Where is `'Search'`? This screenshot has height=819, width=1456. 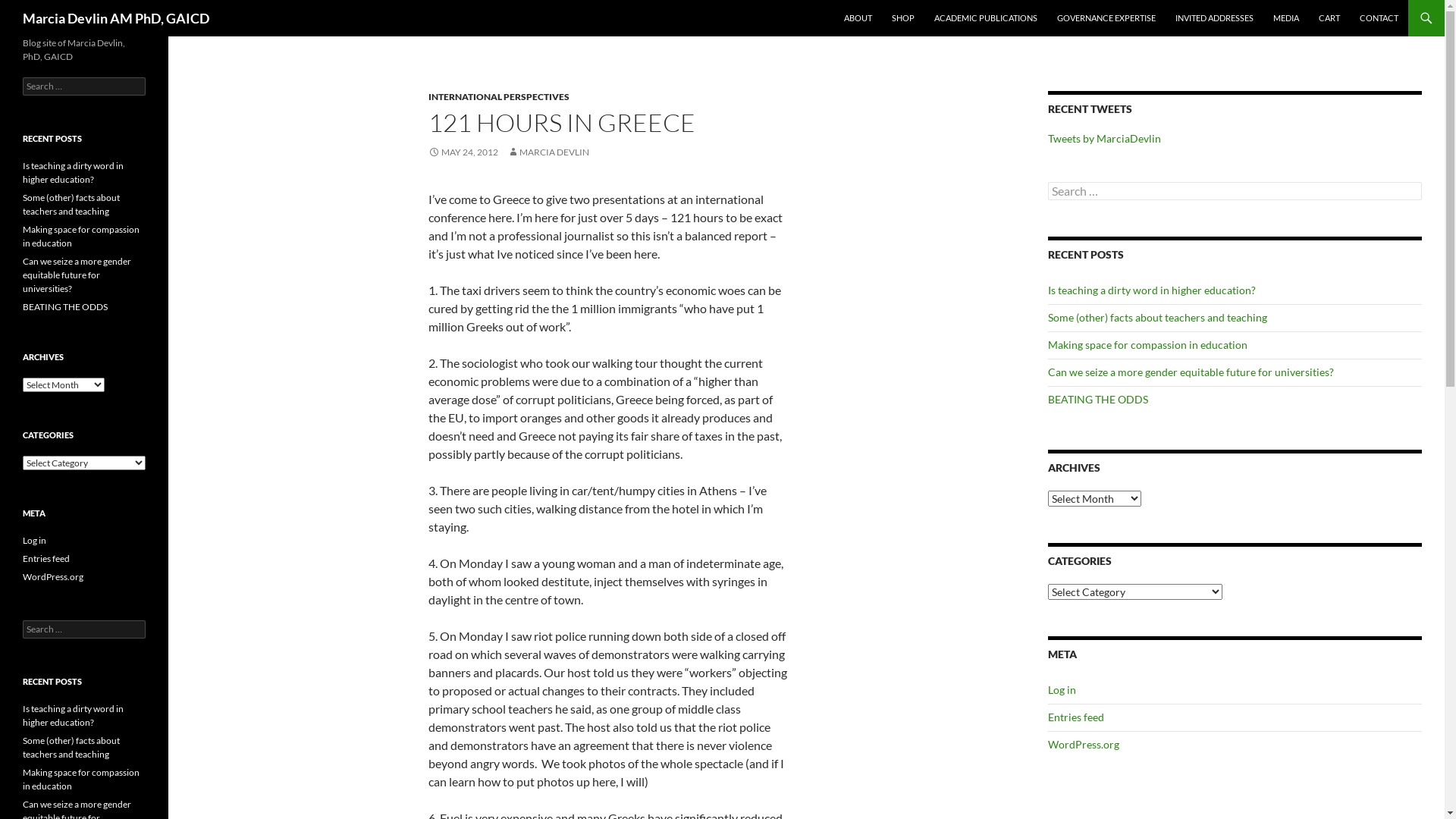 'Search' is located at coordinates (29, 8).